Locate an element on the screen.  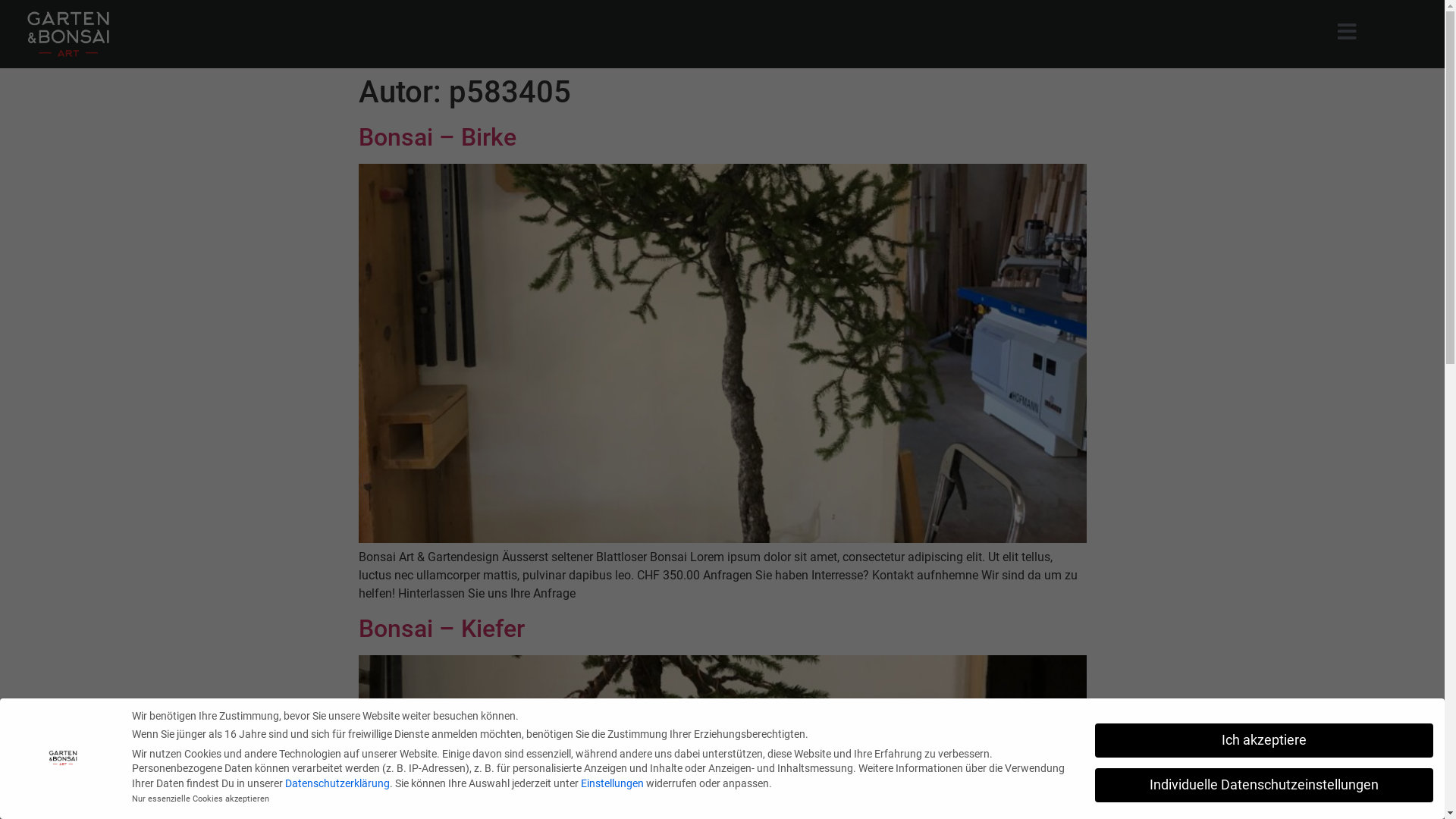
'Einstellungen' is located at coordinates (612, 783).